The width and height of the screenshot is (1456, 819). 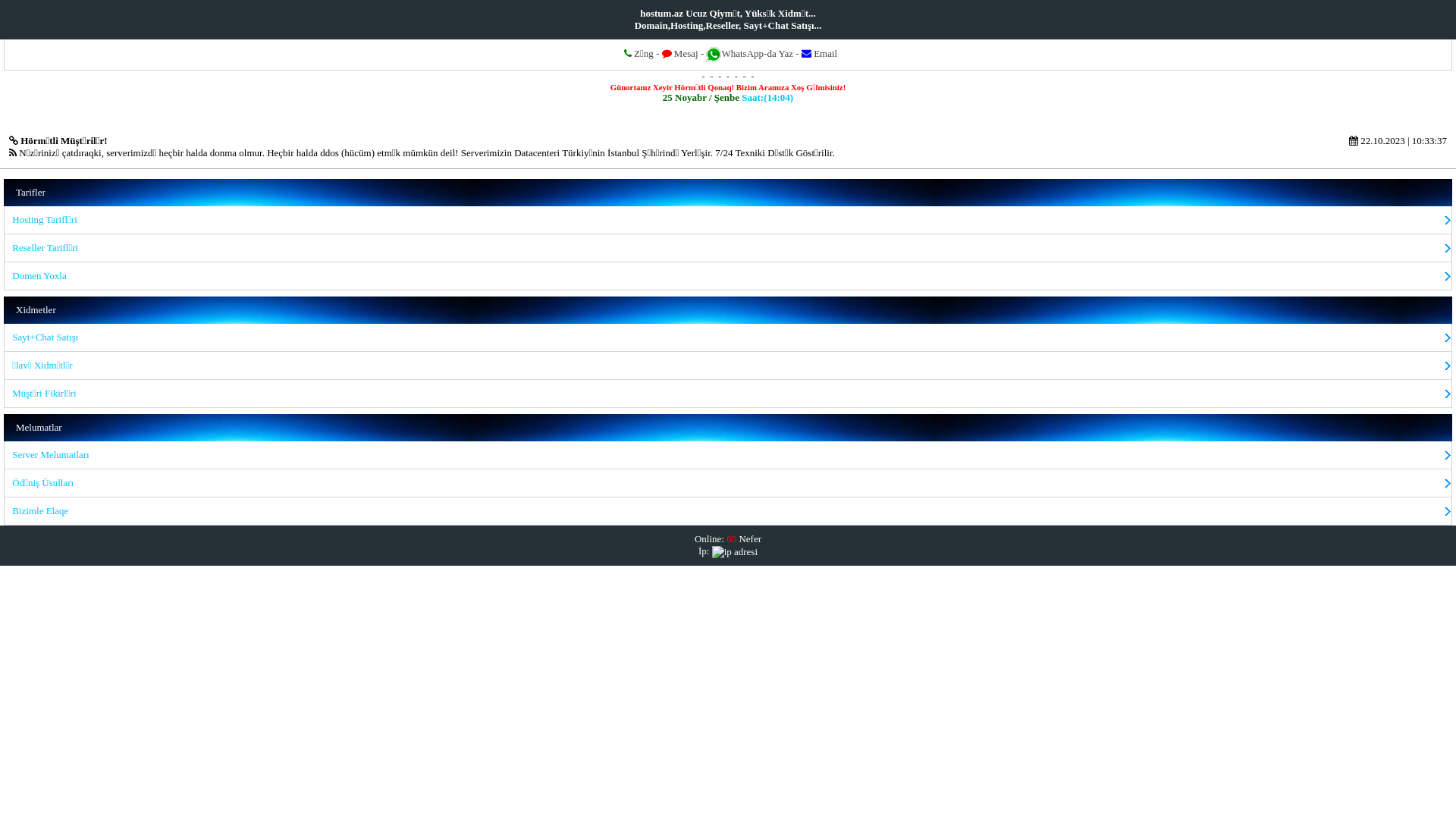 I want to click on 'Mesaj', so click(x=679, y=52).